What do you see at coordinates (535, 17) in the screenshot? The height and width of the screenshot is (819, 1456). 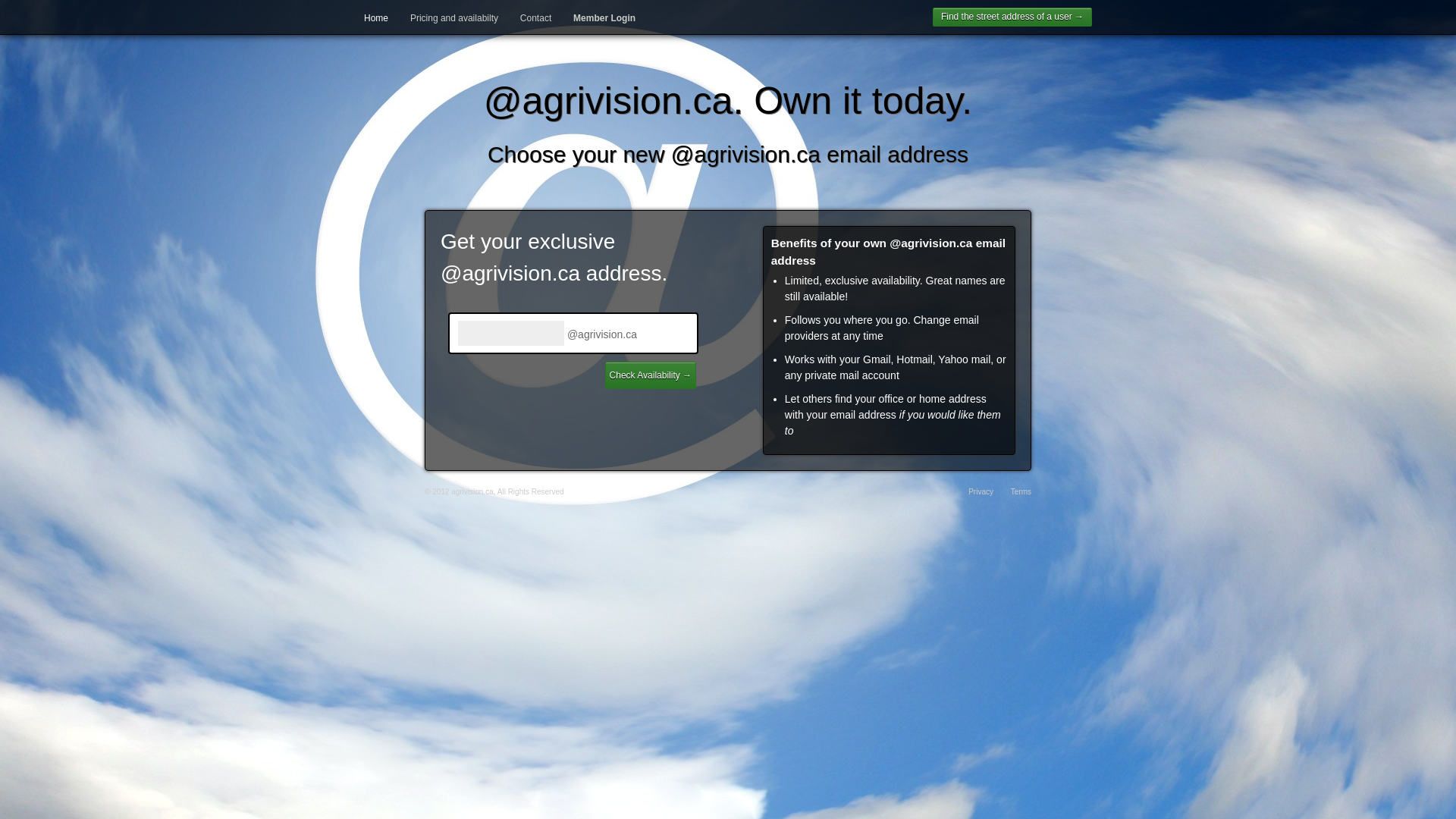 I see `'Contact'` at bounding box center [535, 17].